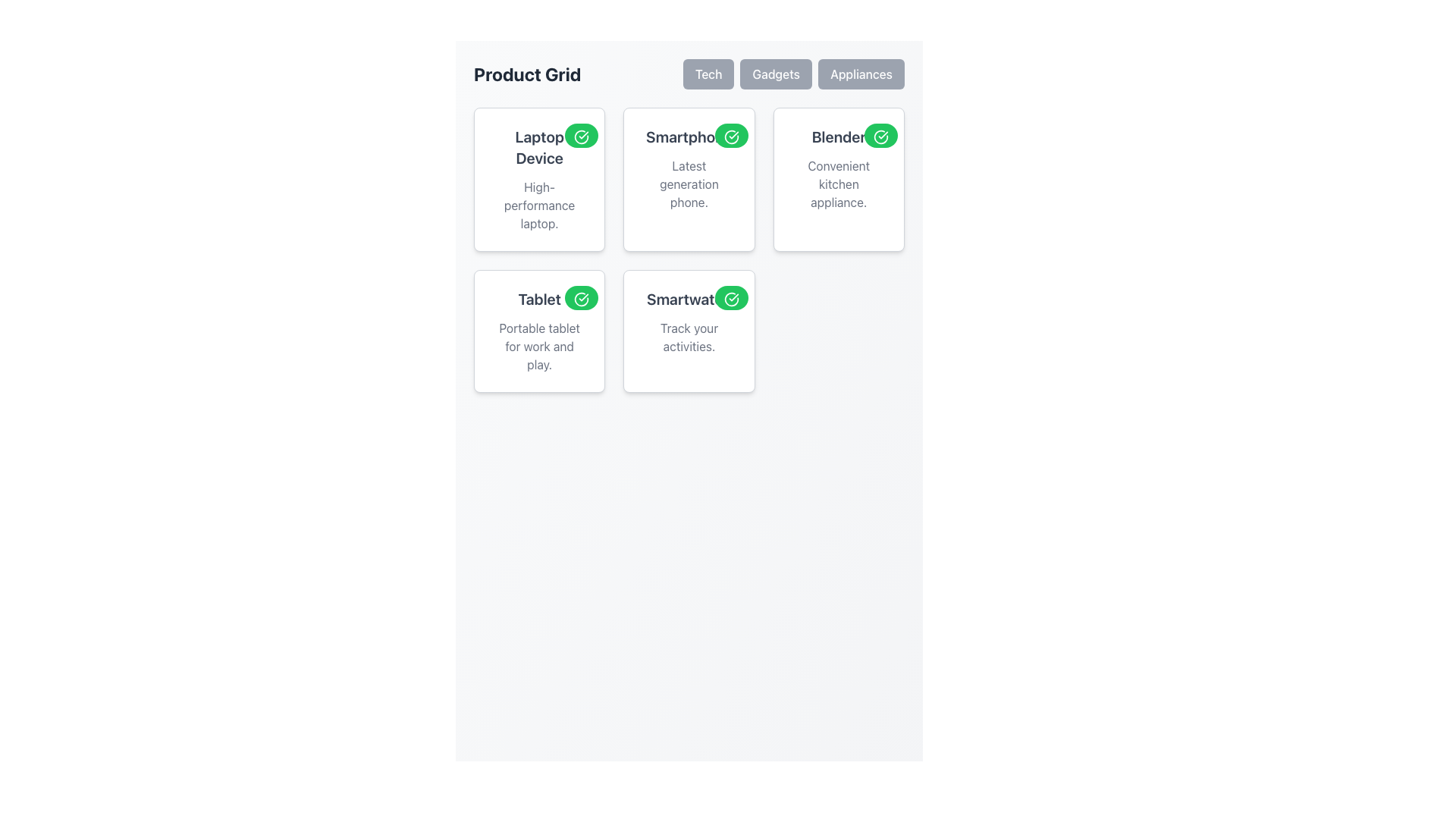  Describe the element at coordinates (527, 74) in the screenshot. I see `the bold heading text 'Product Grid' located prominently in the upper-left section of the interface` at that location.